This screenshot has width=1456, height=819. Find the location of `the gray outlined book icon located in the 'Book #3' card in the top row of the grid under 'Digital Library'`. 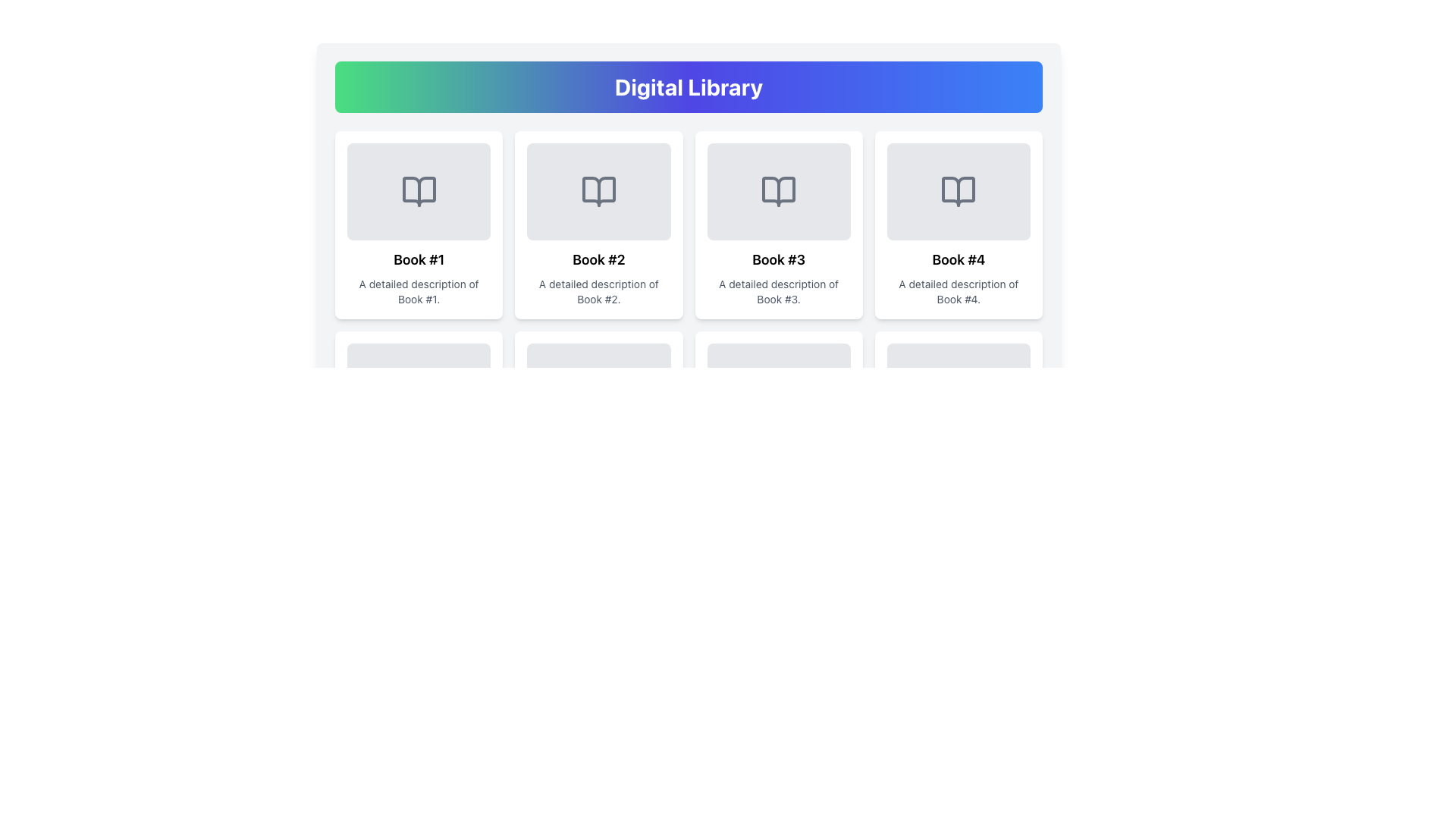

the gray outlined book icon located in the 'Book #3' card in the top row of the grid under 'Digital Library' is located at coordinates (779, 191).